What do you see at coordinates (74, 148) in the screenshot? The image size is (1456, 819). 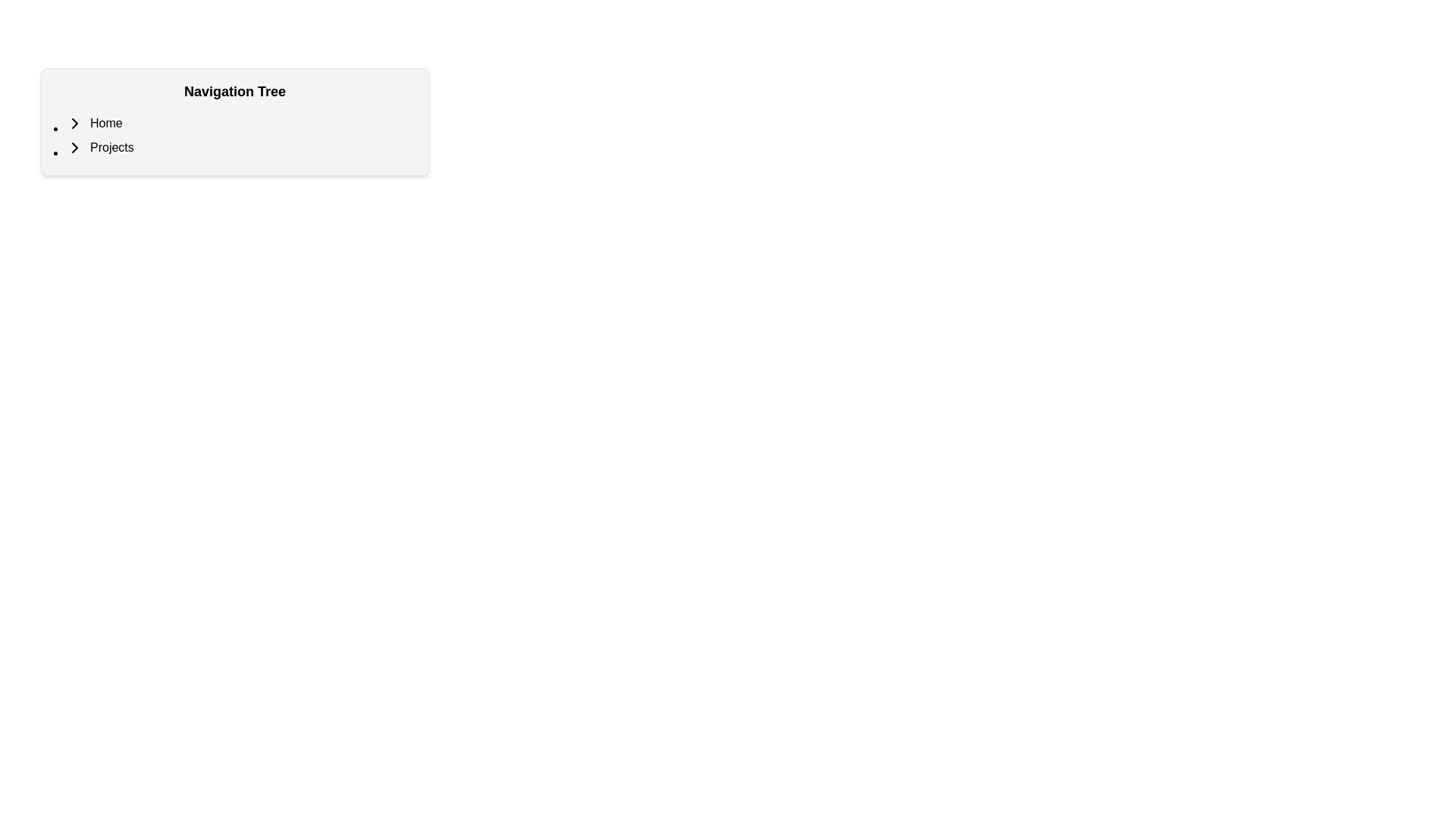 I see `the button displaying a right-facing chevron icon, which is located to the left of the 'Projects' label` at bounding box center [74, 148].